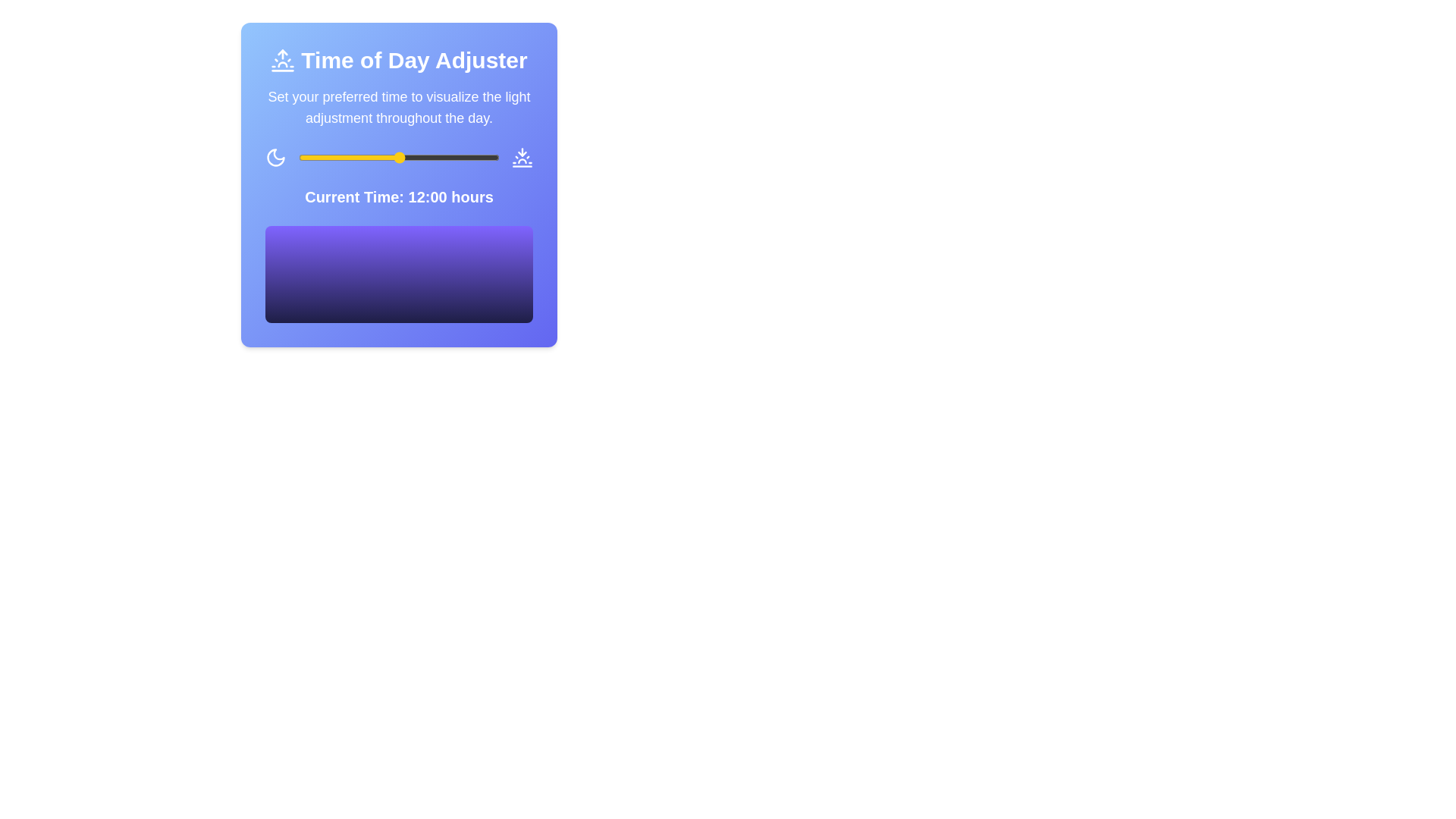 This screenshot has height=819, width=1456. Describe the element at coordinates (331, 158) in the screenshot. I see `the slider to set the time to 4 hours` at that location.